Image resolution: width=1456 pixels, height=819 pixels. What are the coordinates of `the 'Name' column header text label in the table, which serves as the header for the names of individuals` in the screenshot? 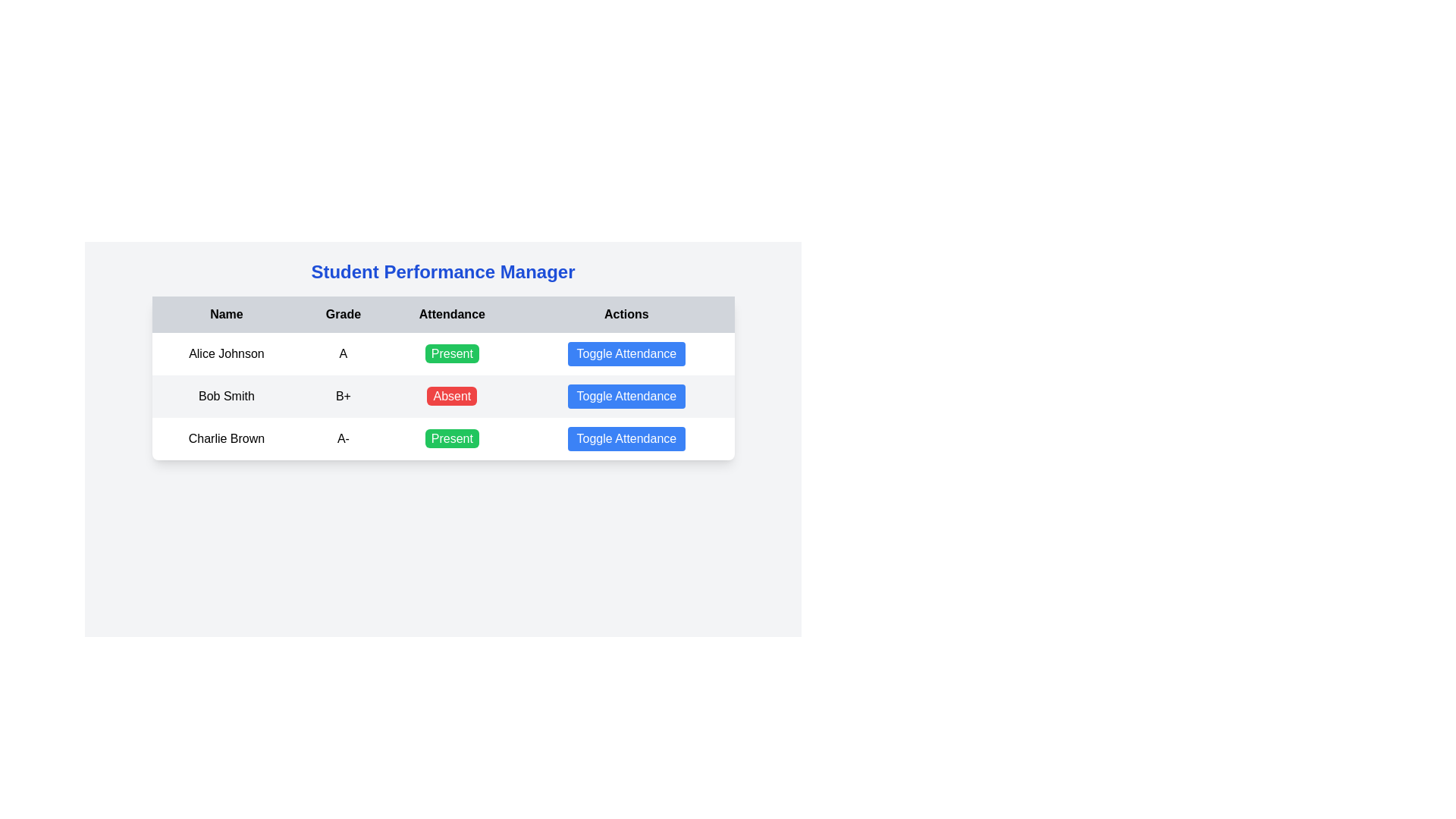 It's located at (225, 314).